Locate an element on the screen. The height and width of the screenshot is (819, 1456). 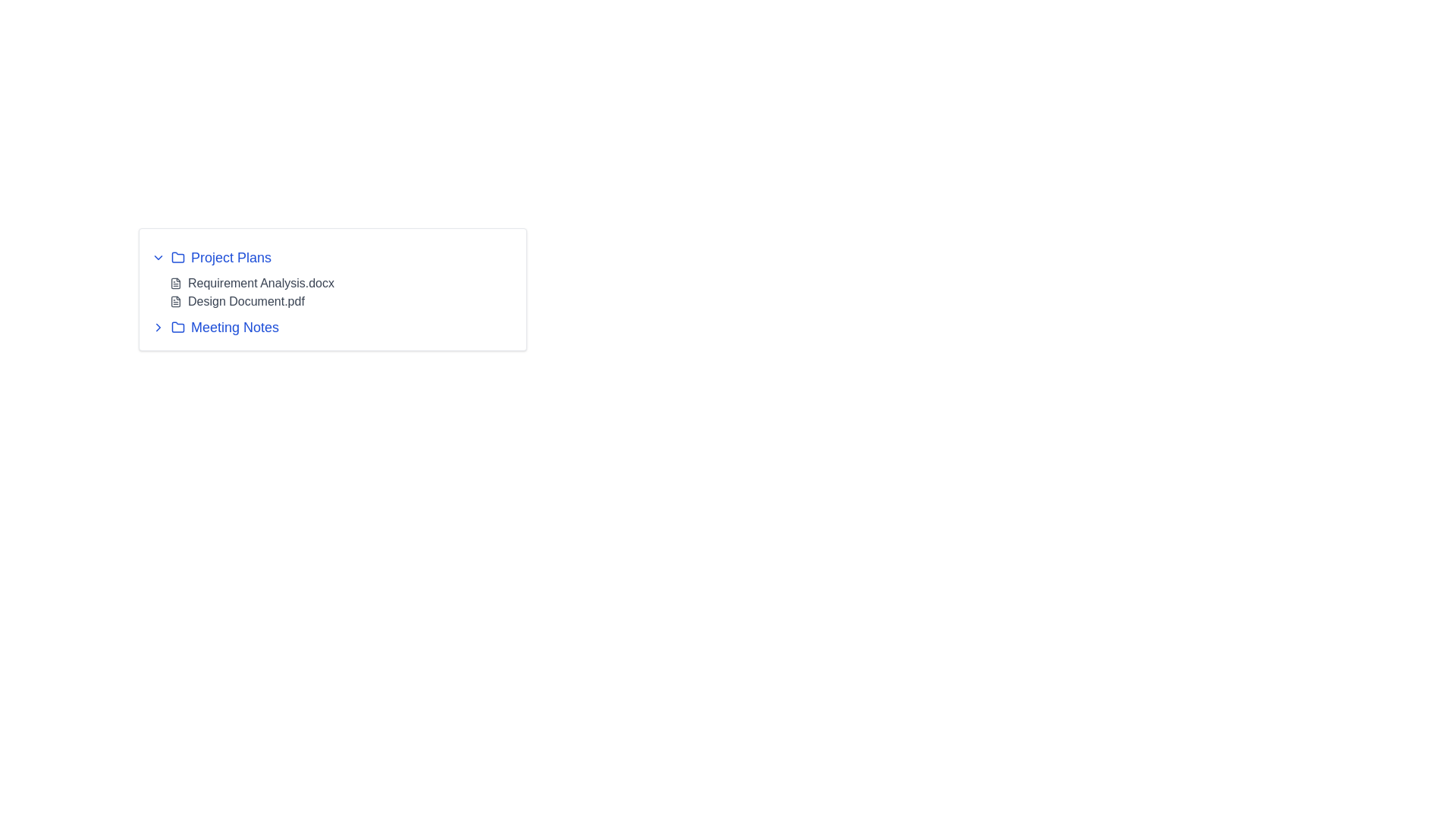
the downward-pointing chevron icon is located at coordinates (158, 256).